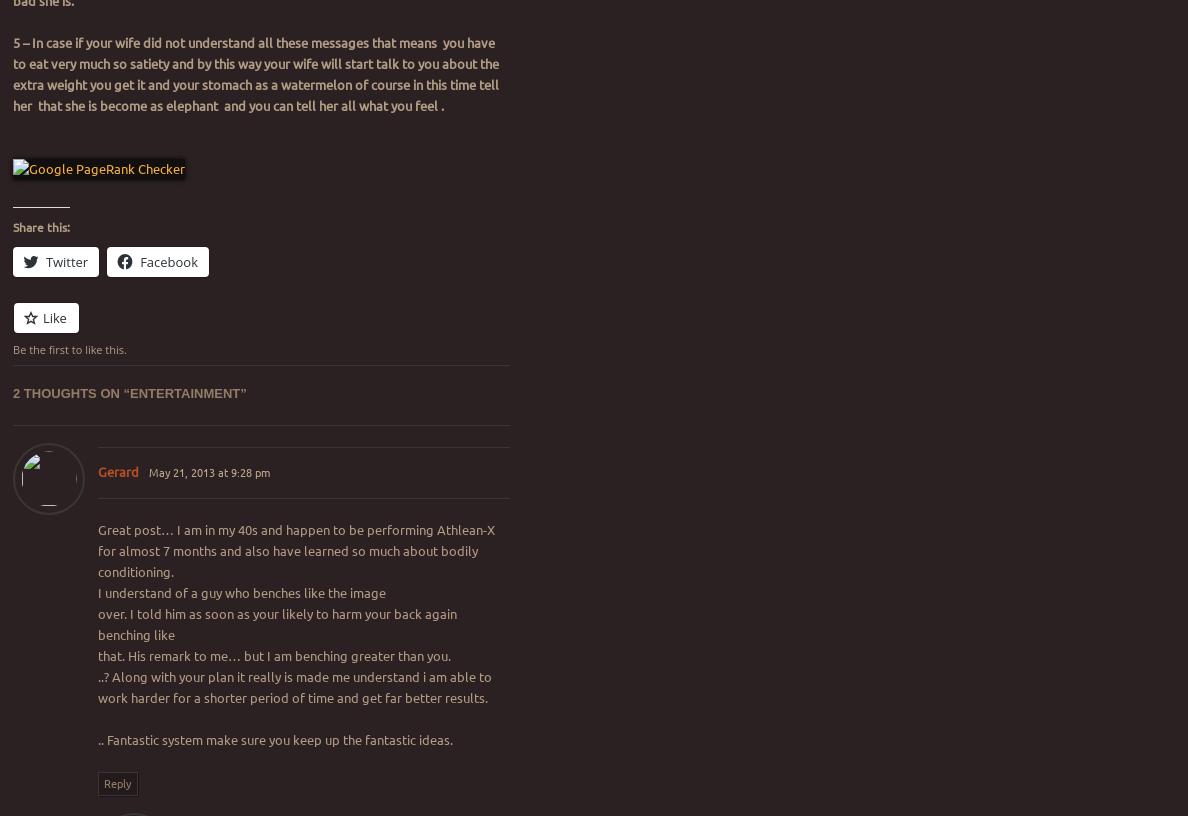 This screenshot has height=816, width=1188. Describe the element at coordinates (116, 781) in the screenshot. I see `'Reply'` at that location.